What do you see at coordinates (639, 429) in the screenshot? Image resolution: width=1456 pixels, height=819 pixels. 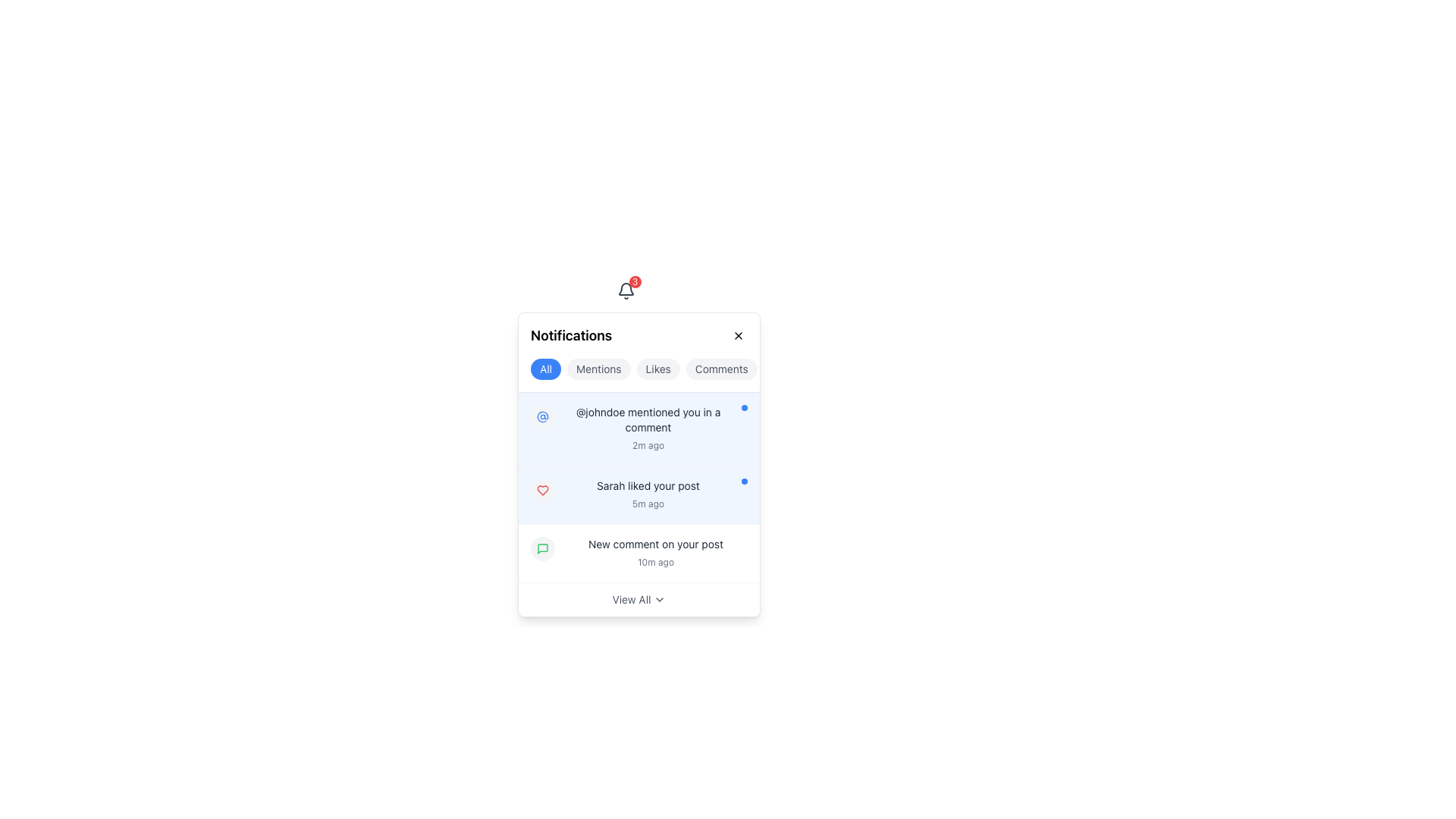 I see `the first notification item in the notification list that informs the user '@johndoe' has mentioned them in a comment` at bounding box center [639, 429].